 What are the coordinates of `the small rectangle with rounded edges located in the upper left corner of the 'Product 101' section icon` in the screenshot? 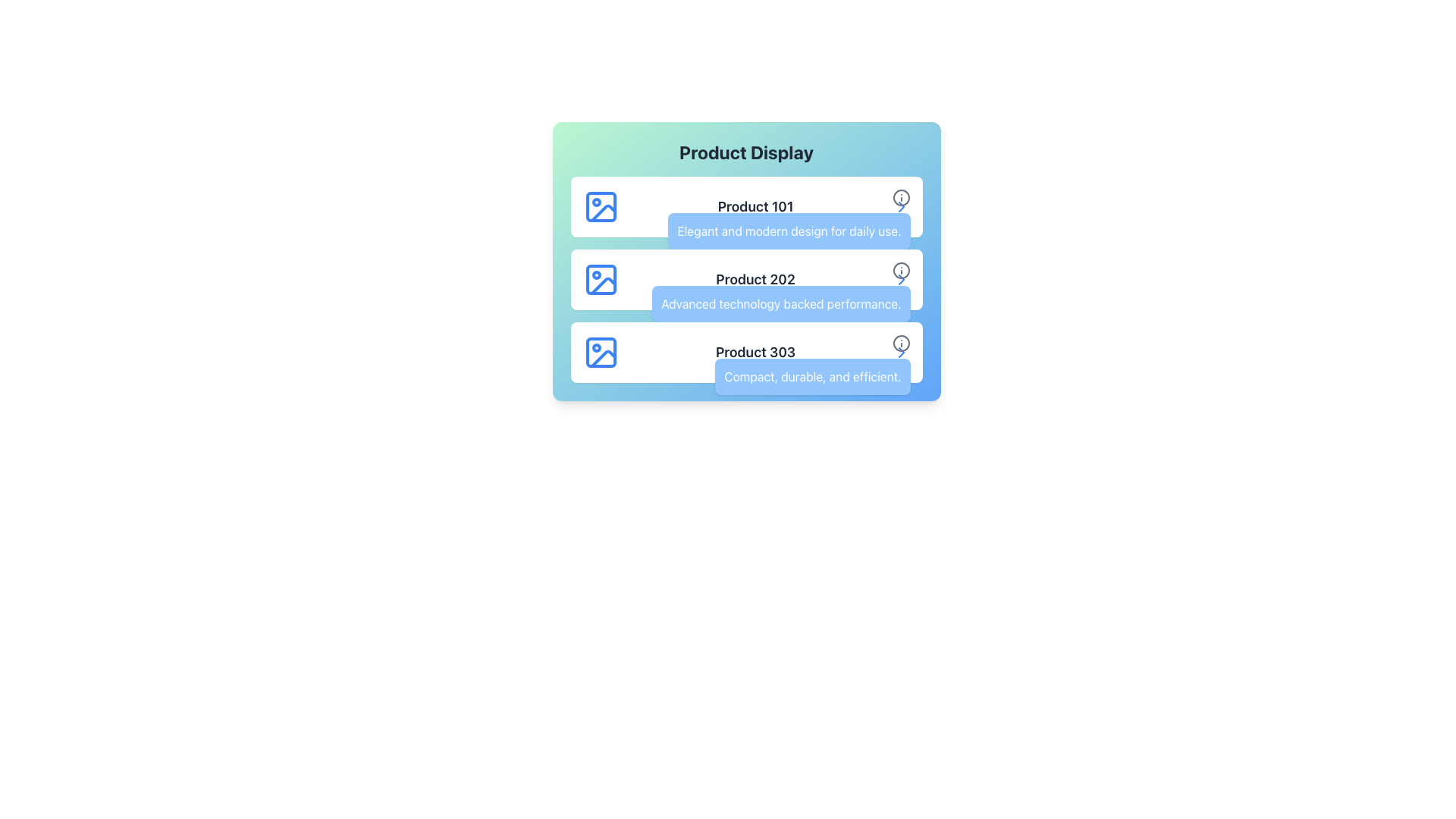 It's located at (600, 207).